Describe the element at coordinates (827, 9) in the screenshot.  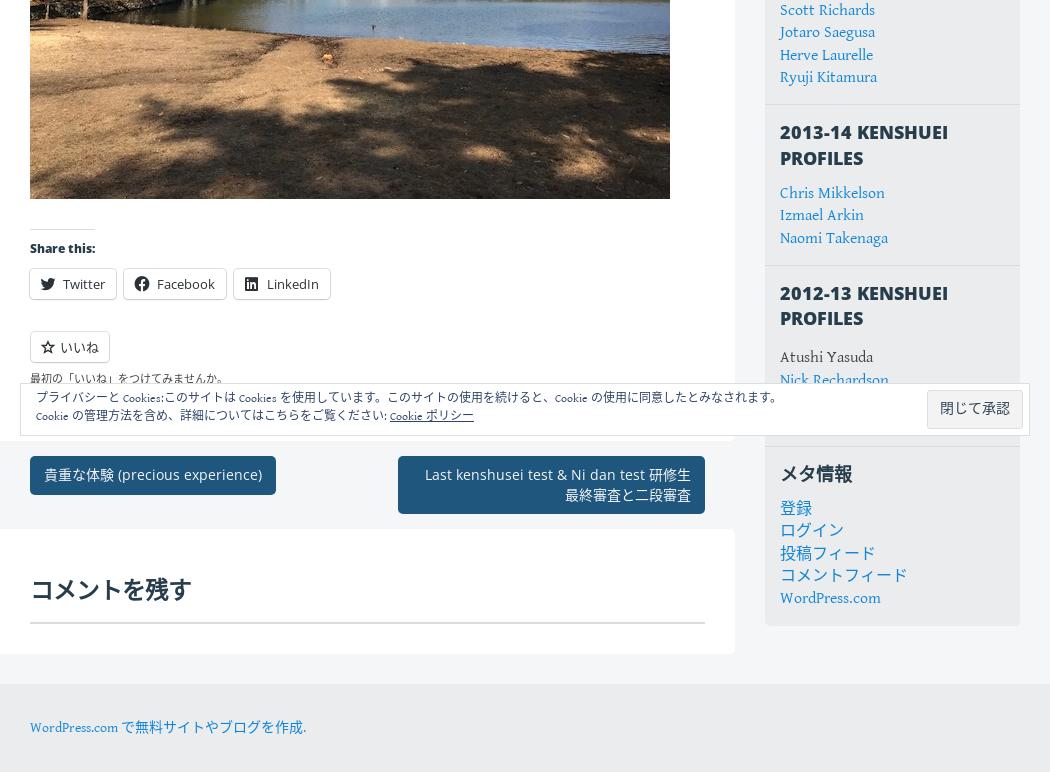
I see `'Scott Richards'` at that location.